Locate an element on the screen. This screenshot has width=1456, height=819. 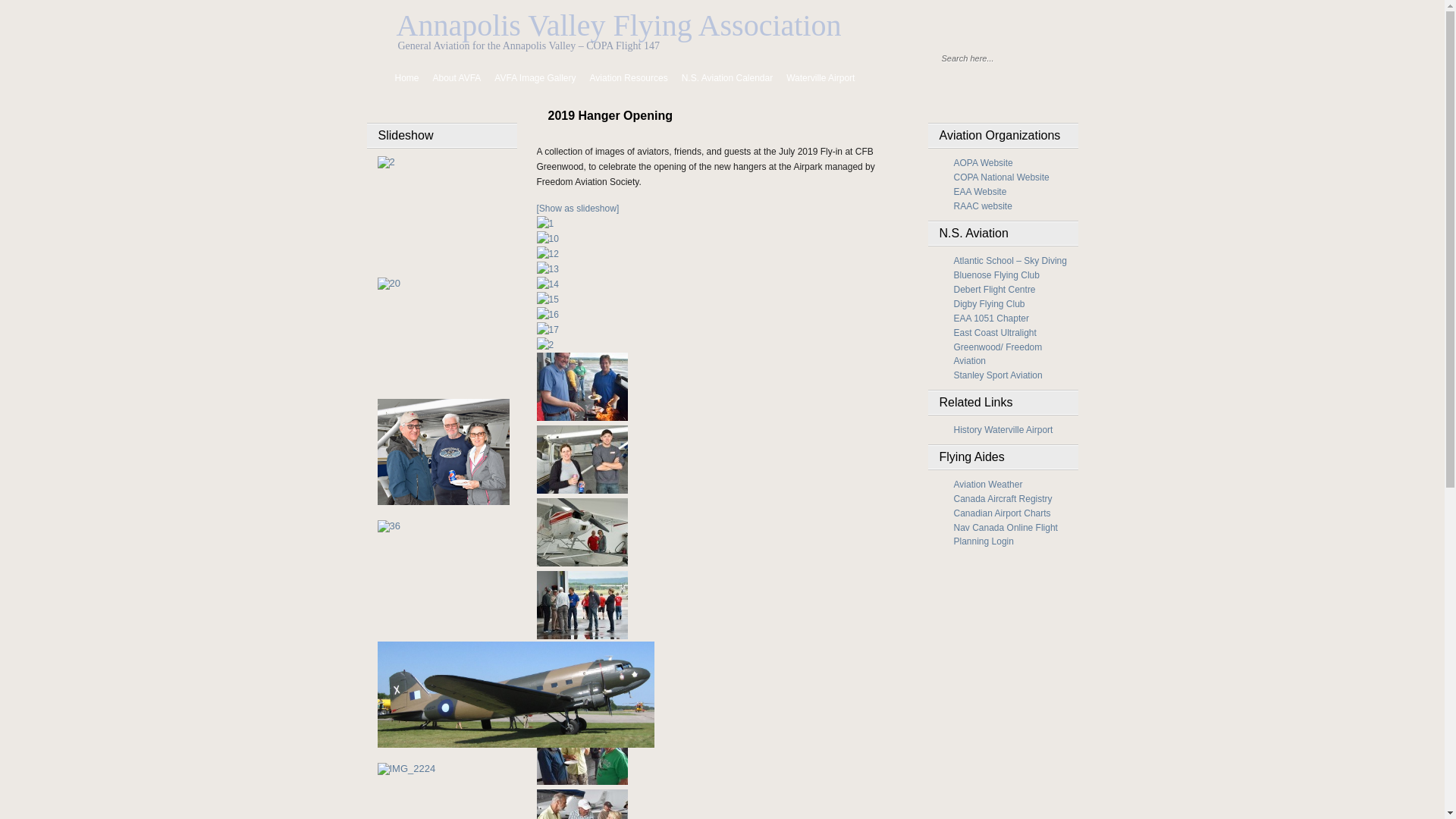
'Waterville Airport' is located at coordinates (819, 78).